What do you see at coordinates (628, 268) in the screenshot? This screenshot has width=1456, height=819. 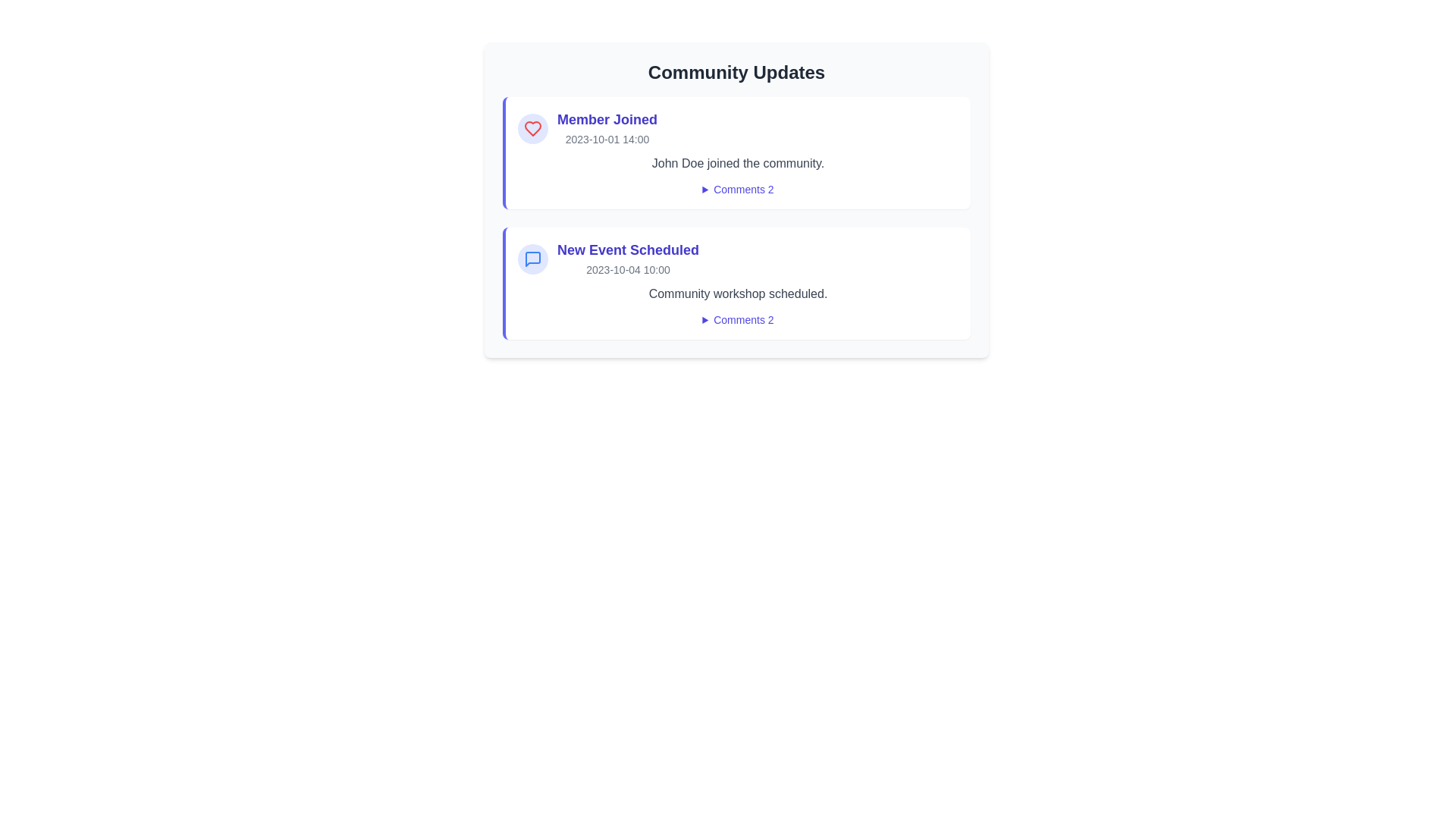 I see `the Label displaying the timestamp '2023-10-04 10:00', which is styled in gray and located below the title 'New Event Scheduled' in the second card under 'Community Updates'` at bounding box center [628, 268].